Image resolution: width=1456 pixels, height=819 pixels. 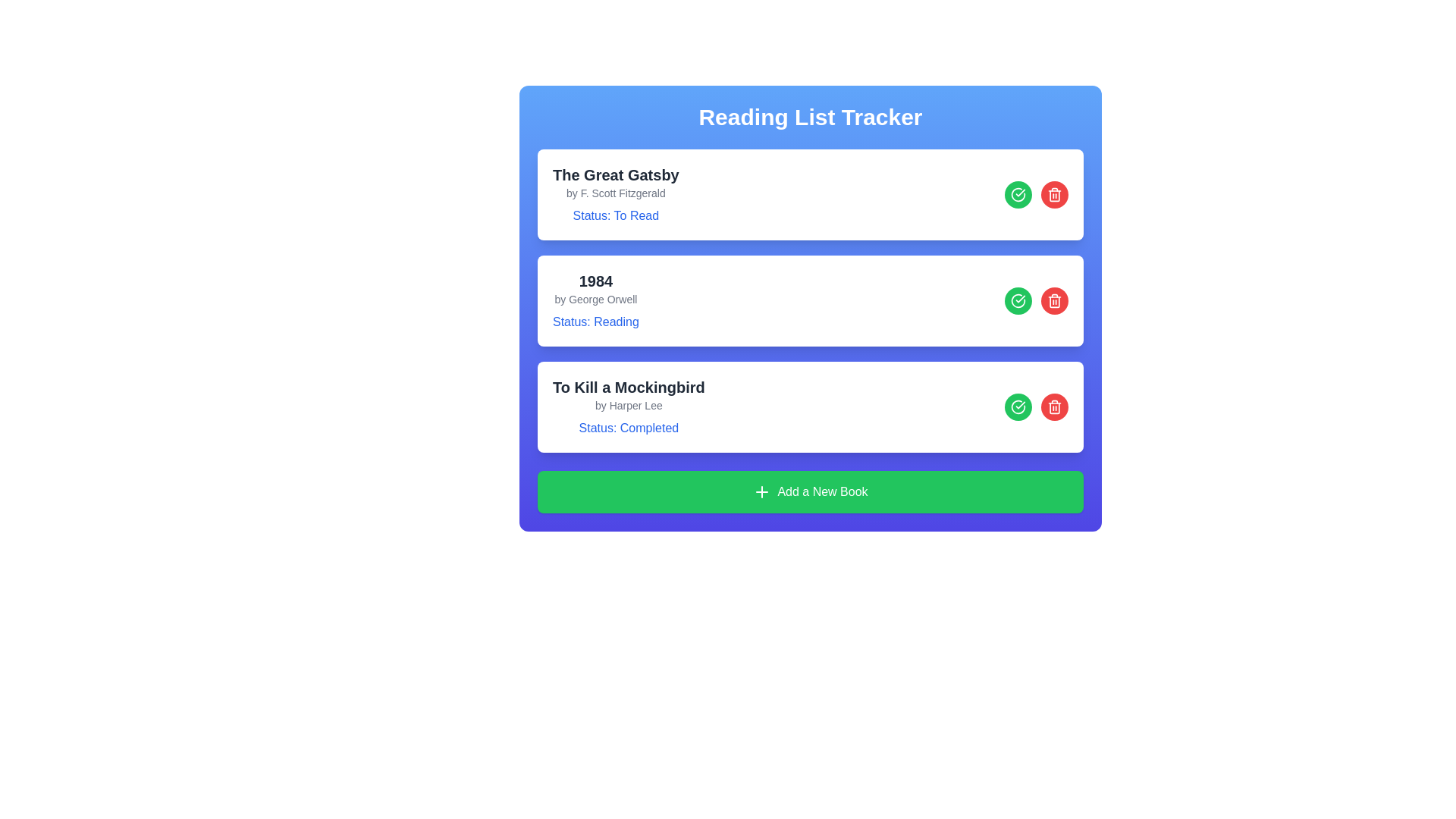 What do you see at coordinates (595, 281) in the screenshot?
I see `the text label representing the title of the second book entry in the reading list, which is located above the subtitle 'by George Orwell'` at bounding box center [595, 281].